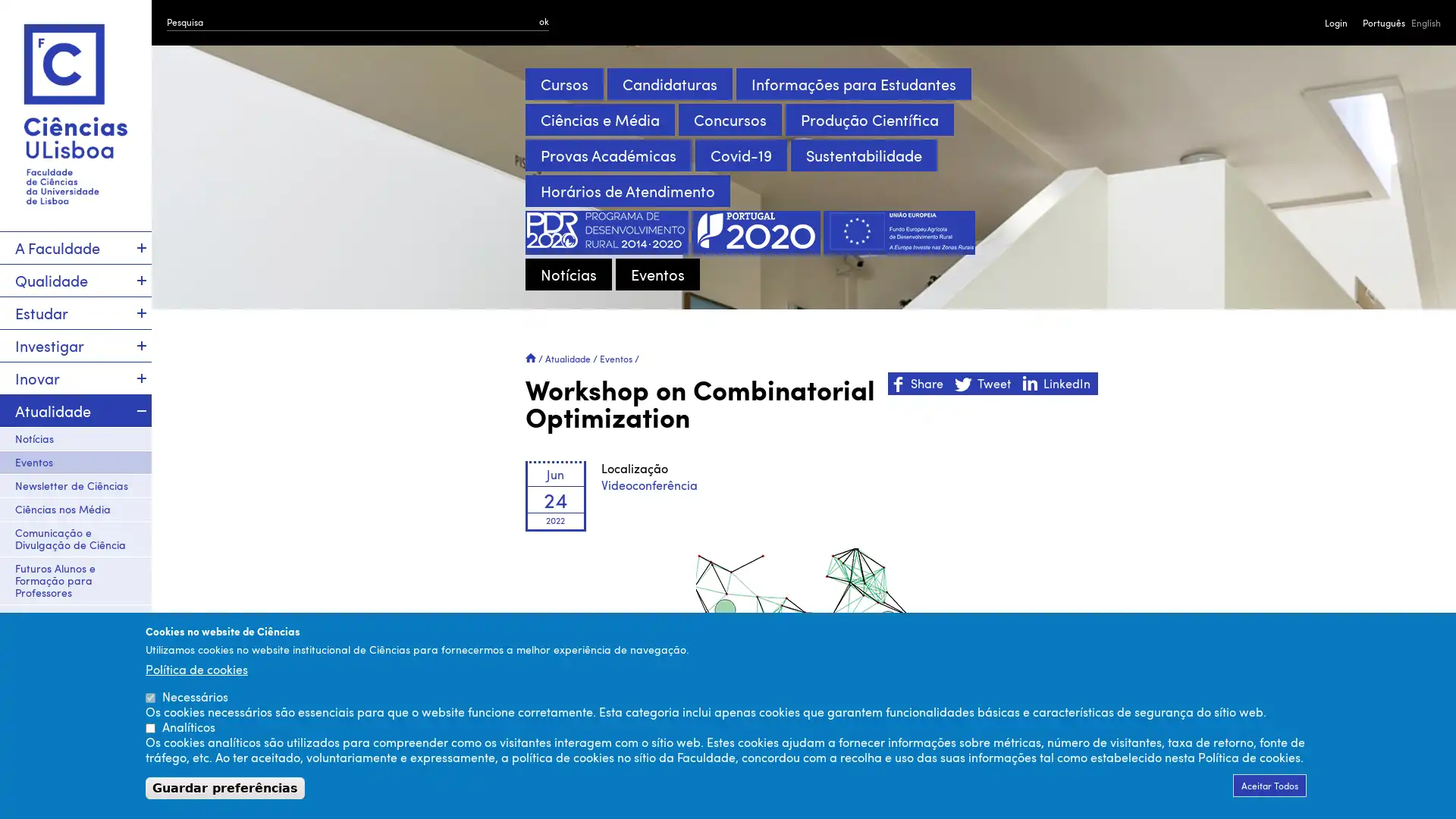 The width and height of the screenshot is (1456, 819). What do you see at coordinates (544, 20) in the screenshot?
I see `ok` at bounding box center [544, 20].